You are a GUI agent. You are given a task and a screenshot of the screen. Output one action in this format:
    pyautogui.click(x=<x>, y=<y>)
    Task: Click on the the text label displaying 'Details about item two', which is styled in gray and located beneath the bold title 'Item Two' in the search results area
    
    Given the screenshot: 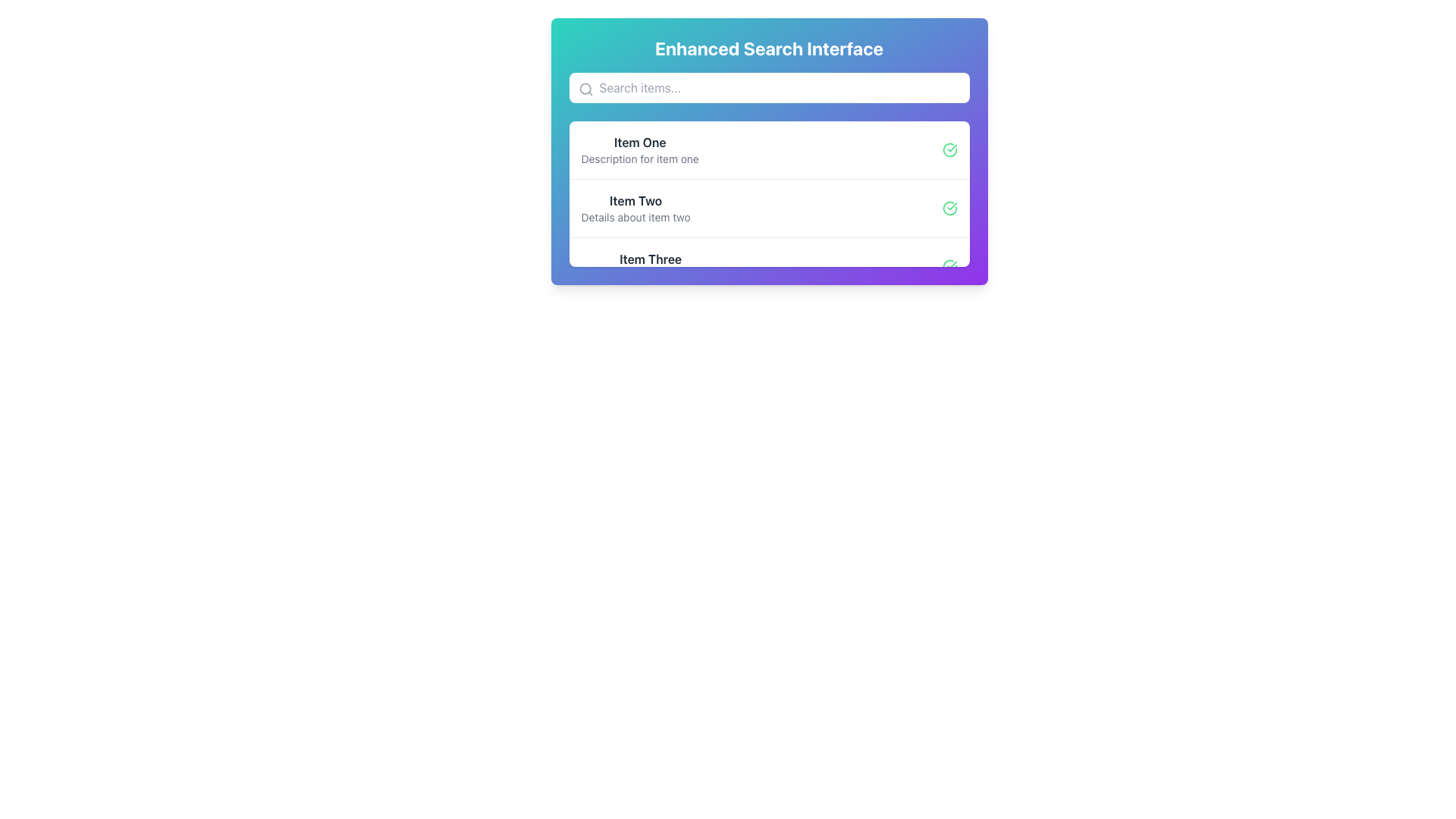 What is the action you would take?
    pyautogui.click(x=635, y=217)
    